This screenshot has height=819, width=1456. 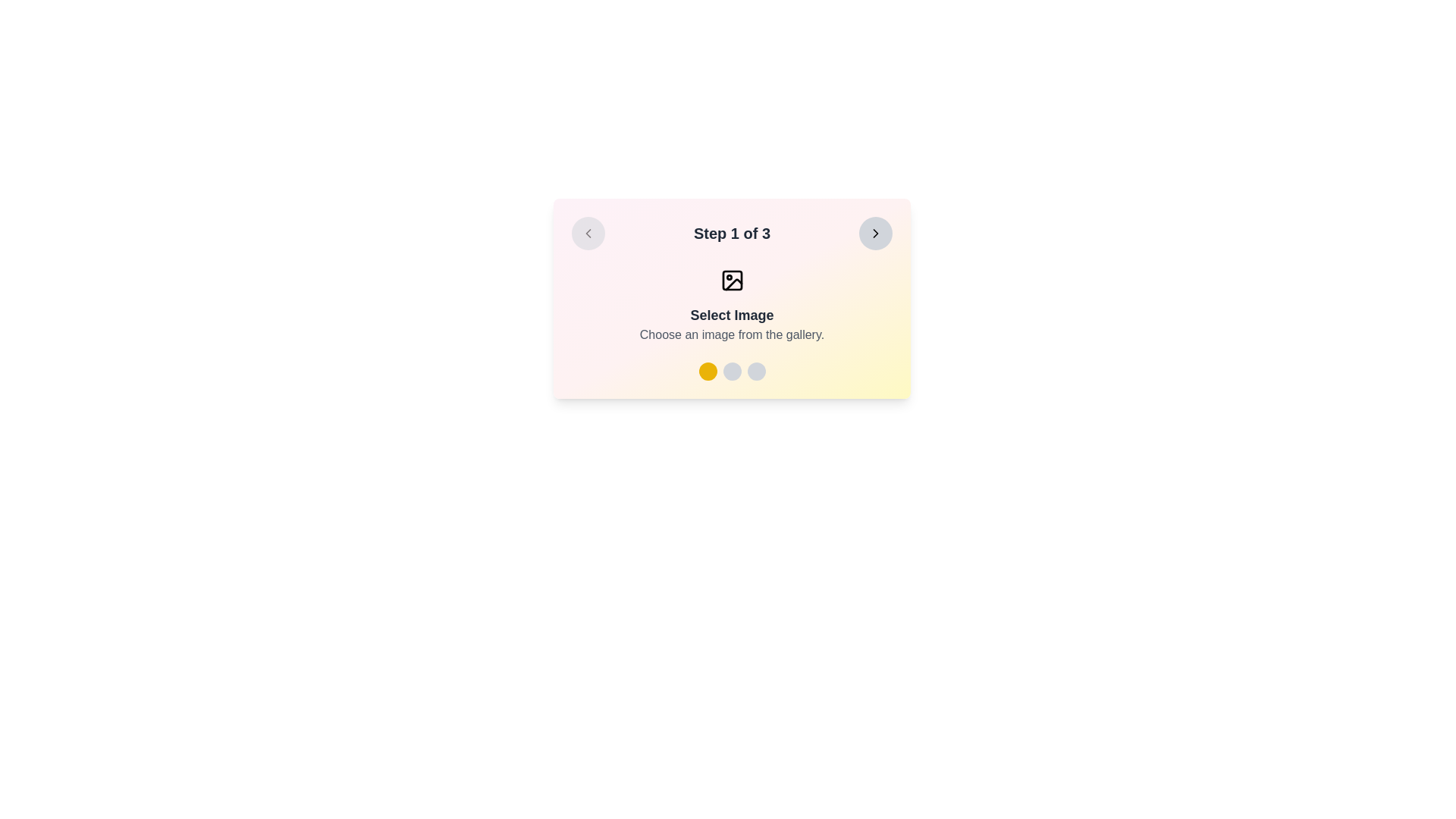 I want to click on the second circular indicator button, which is gray in color and positioned between an orange circle and another gray circle at the bottom center of the card, so click(x=732, y=371).